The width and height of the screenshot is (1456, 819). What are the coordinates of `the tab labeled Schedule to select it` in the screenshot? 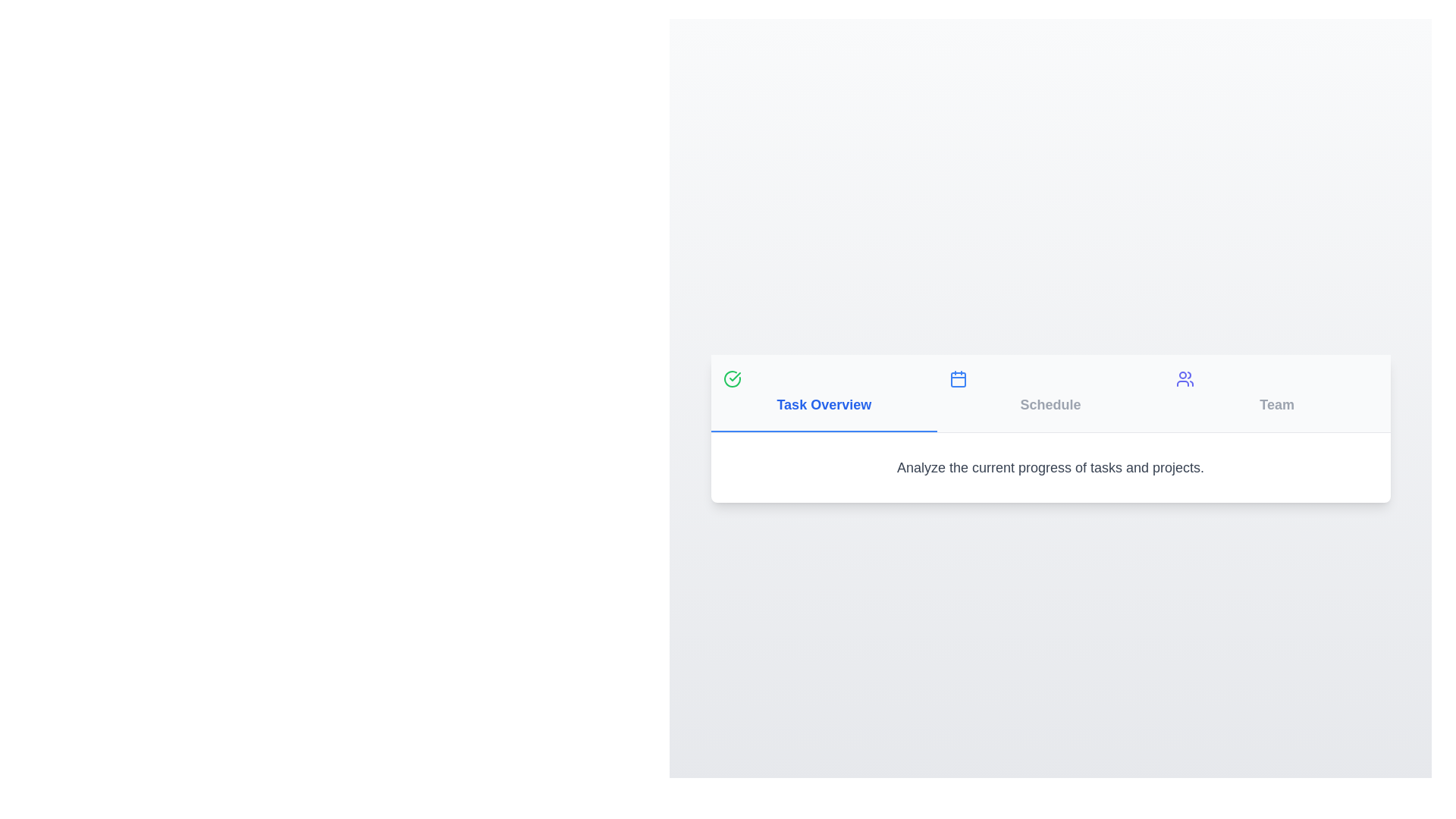 It's located at (1050, 392).